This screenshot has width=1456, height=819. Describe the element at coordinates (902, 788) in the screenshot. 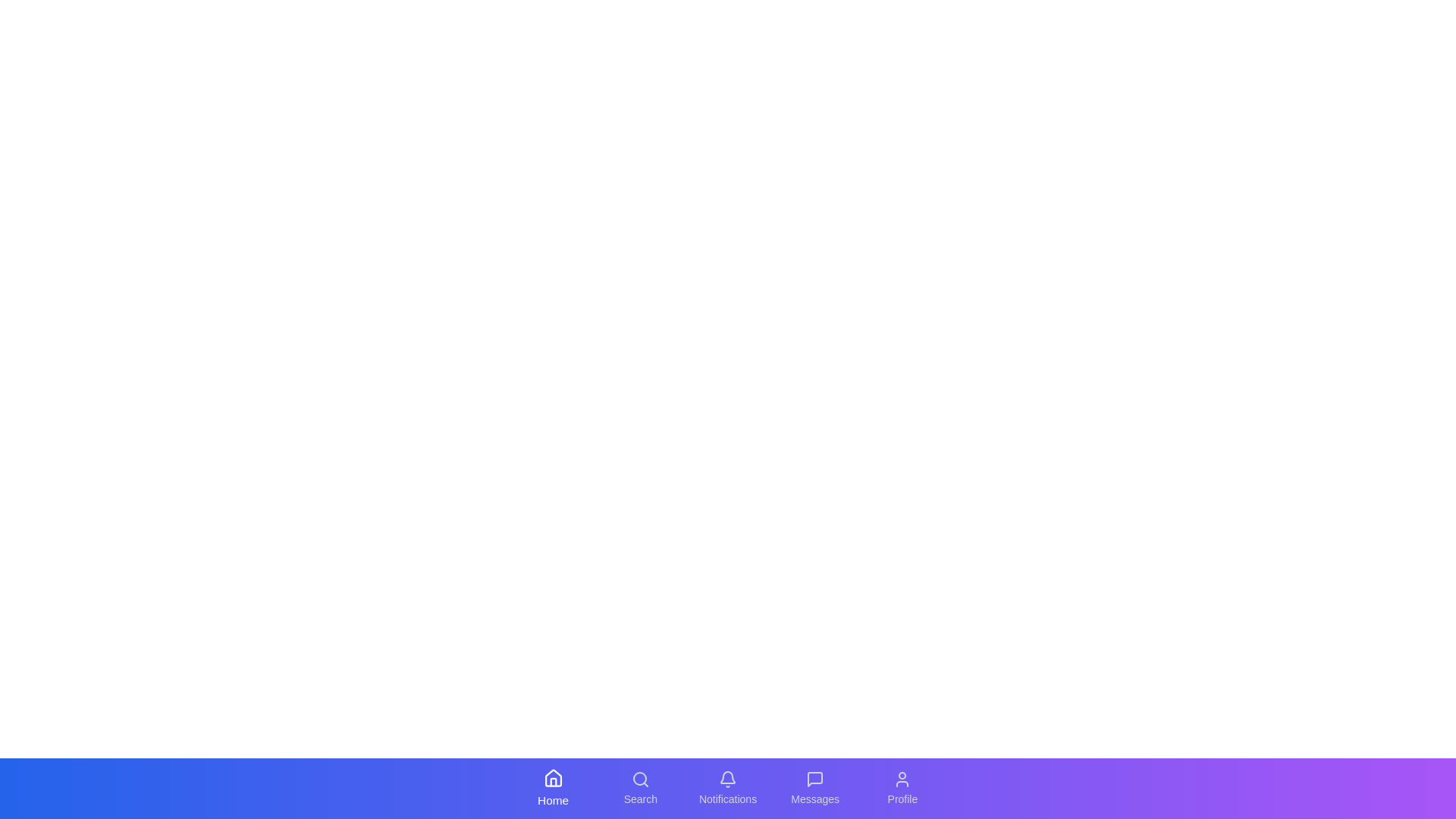

I see `the tab labeled Profile in the bottom navigation bar` at that location.